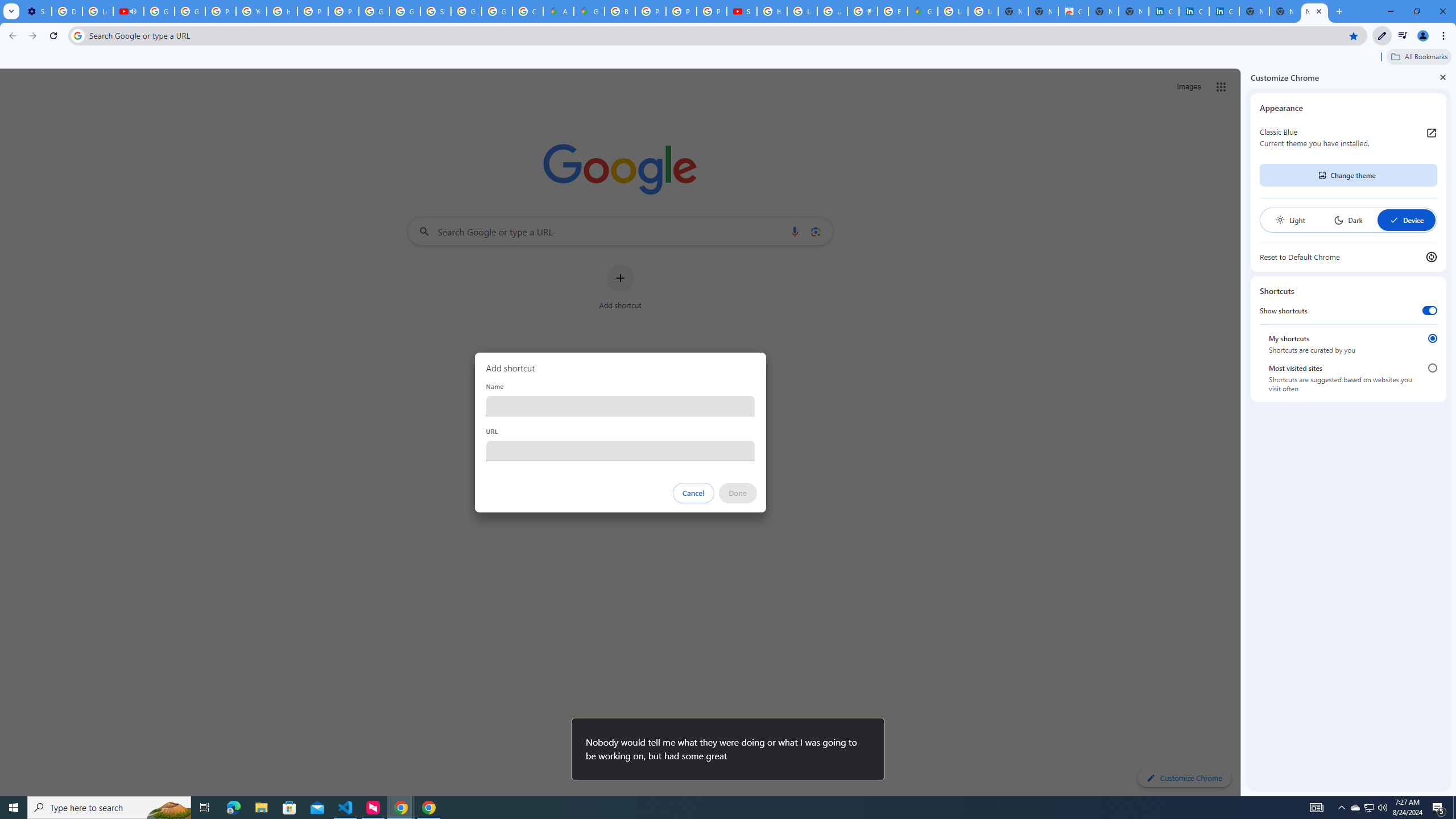  Describe the element at coordinates (737, 493) in the screenshot. I see `'Done'` at that location.